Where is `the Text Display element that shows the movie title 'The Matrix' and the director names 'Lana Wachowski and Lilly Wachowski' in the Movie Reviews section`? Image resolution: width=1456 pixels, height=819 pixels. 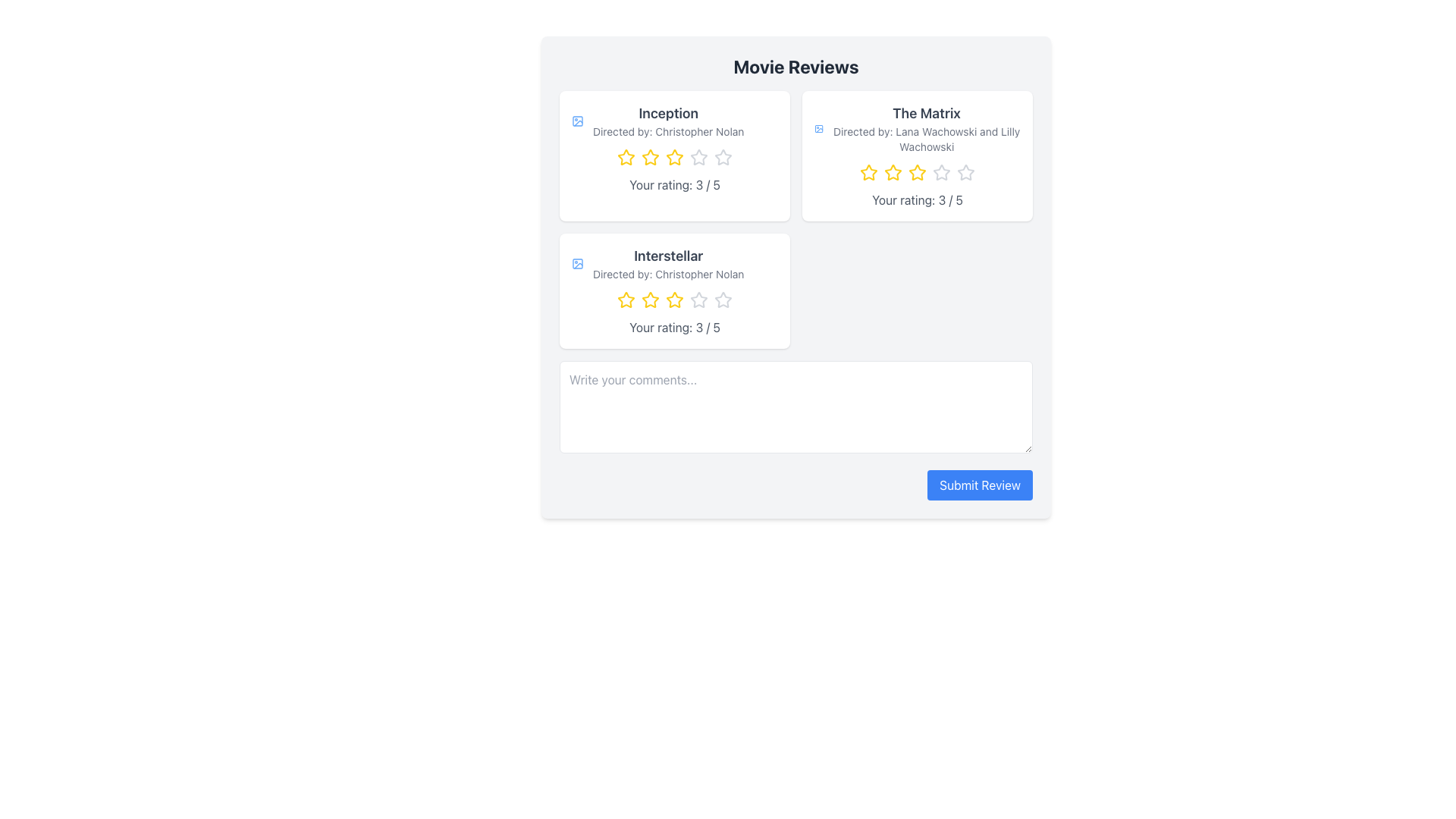
the Text Display element that shows the movie title 'The Matrix' and the director names 'Lana Wachowski and Lilly Wachowski' in the Movie Reviews section is located at coordinates (916, 127).